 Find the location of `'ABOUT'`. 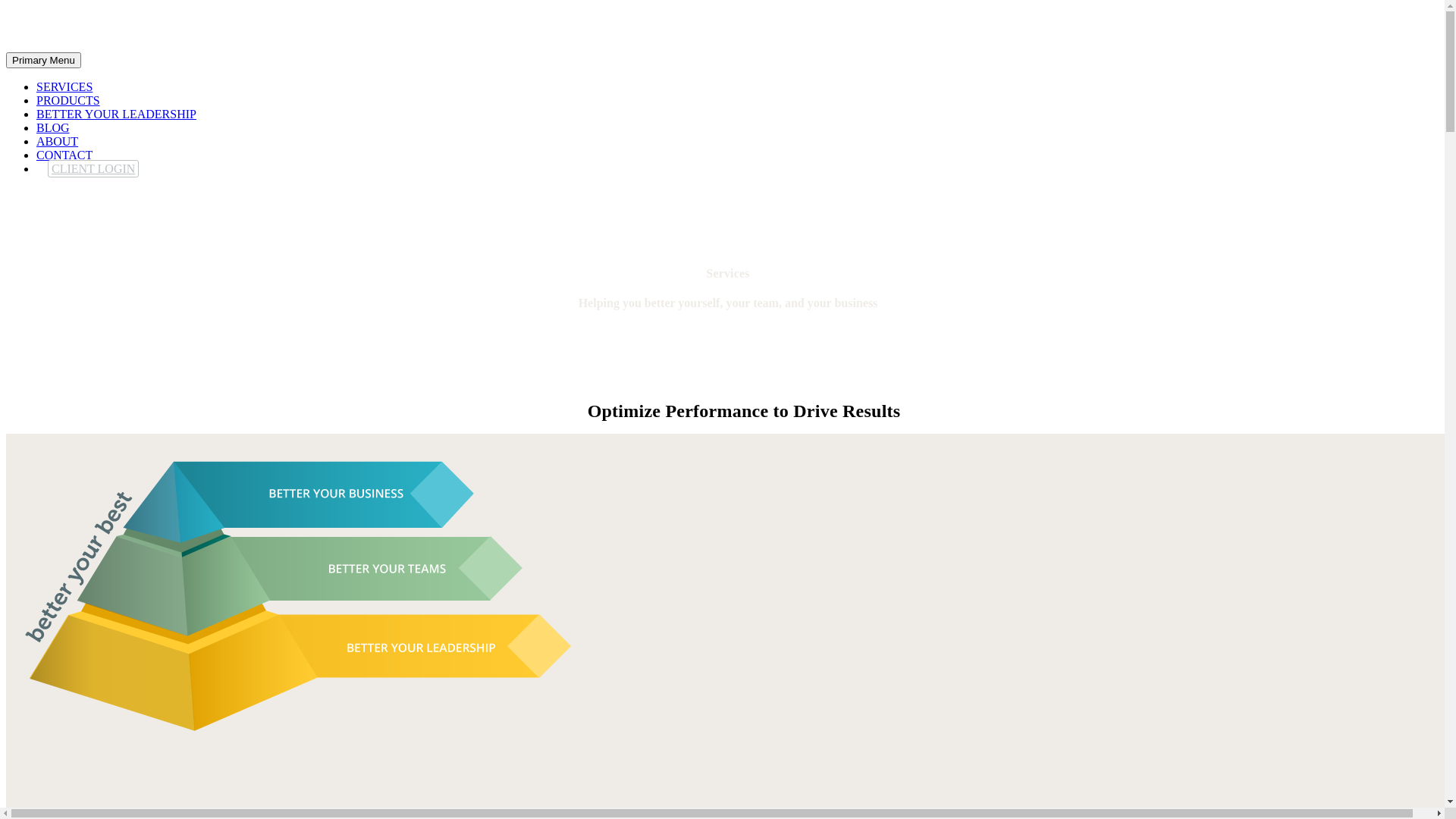

'ABOUT' is located at coordinates (57, 141).